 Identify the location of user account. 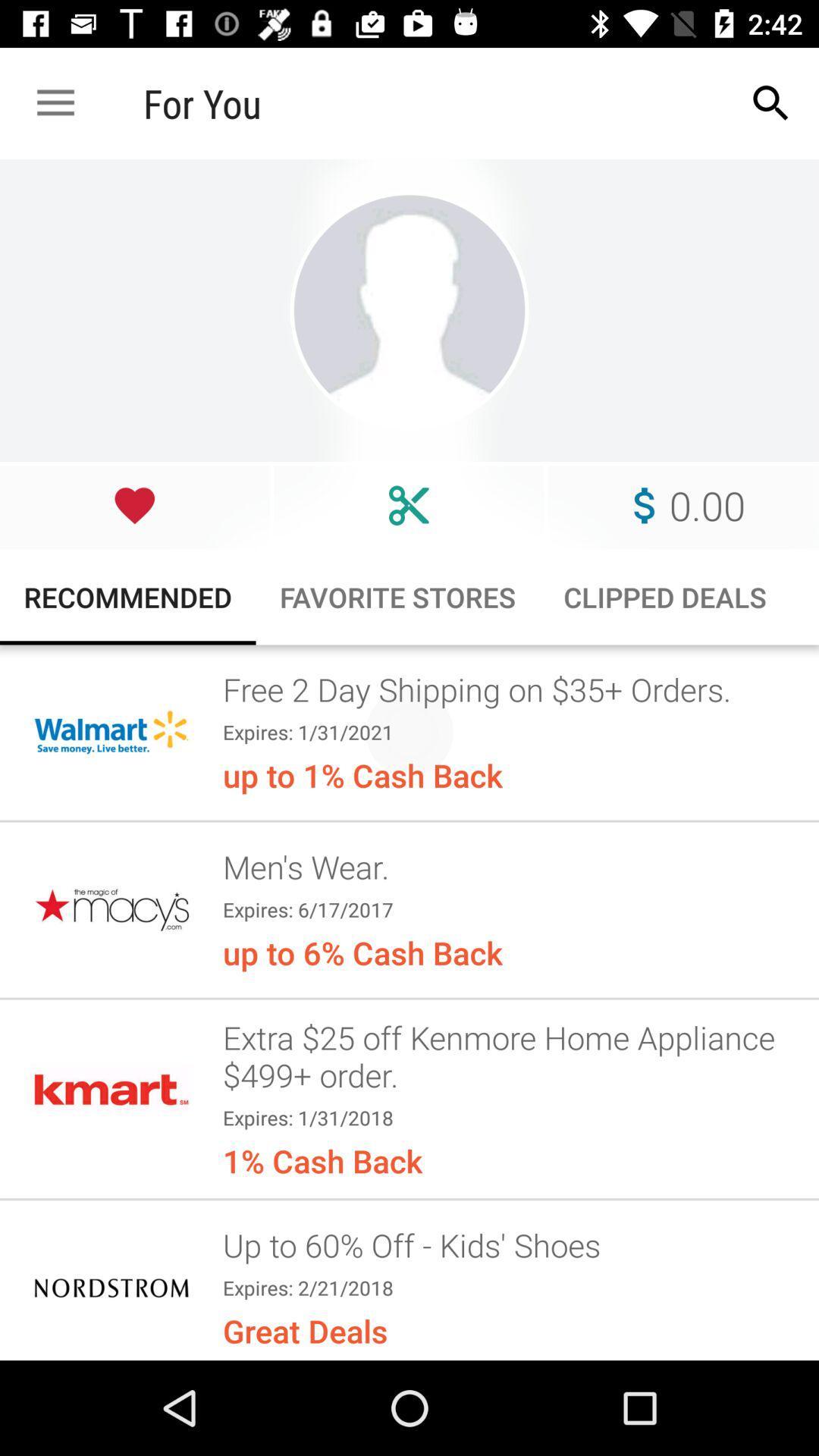
(409, 309).